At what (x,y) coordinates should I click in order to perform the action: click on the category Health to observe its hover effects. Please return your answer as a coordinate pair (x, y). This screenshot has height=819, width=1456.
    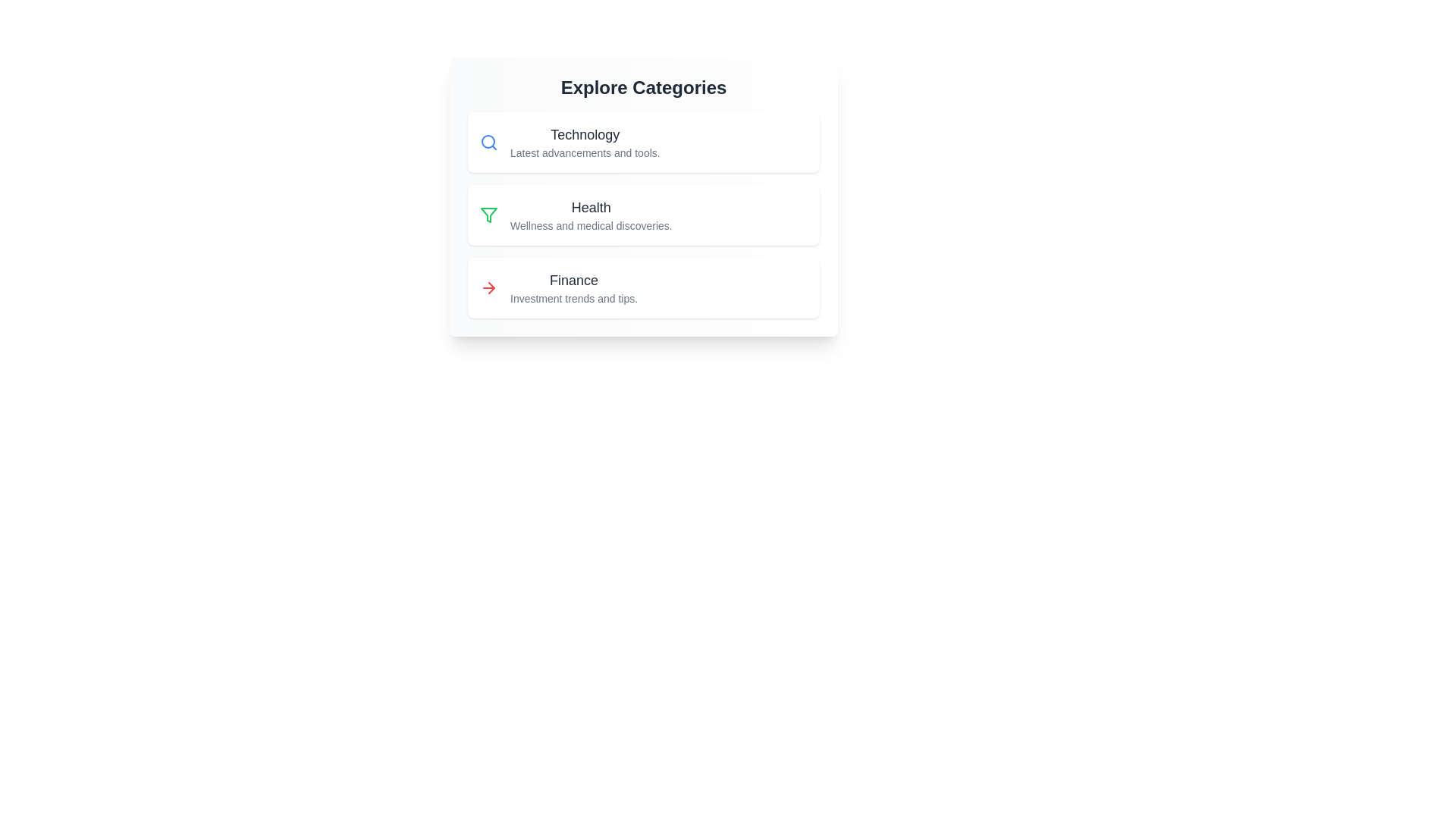
    Looking at the image, I should click on (644, 215).